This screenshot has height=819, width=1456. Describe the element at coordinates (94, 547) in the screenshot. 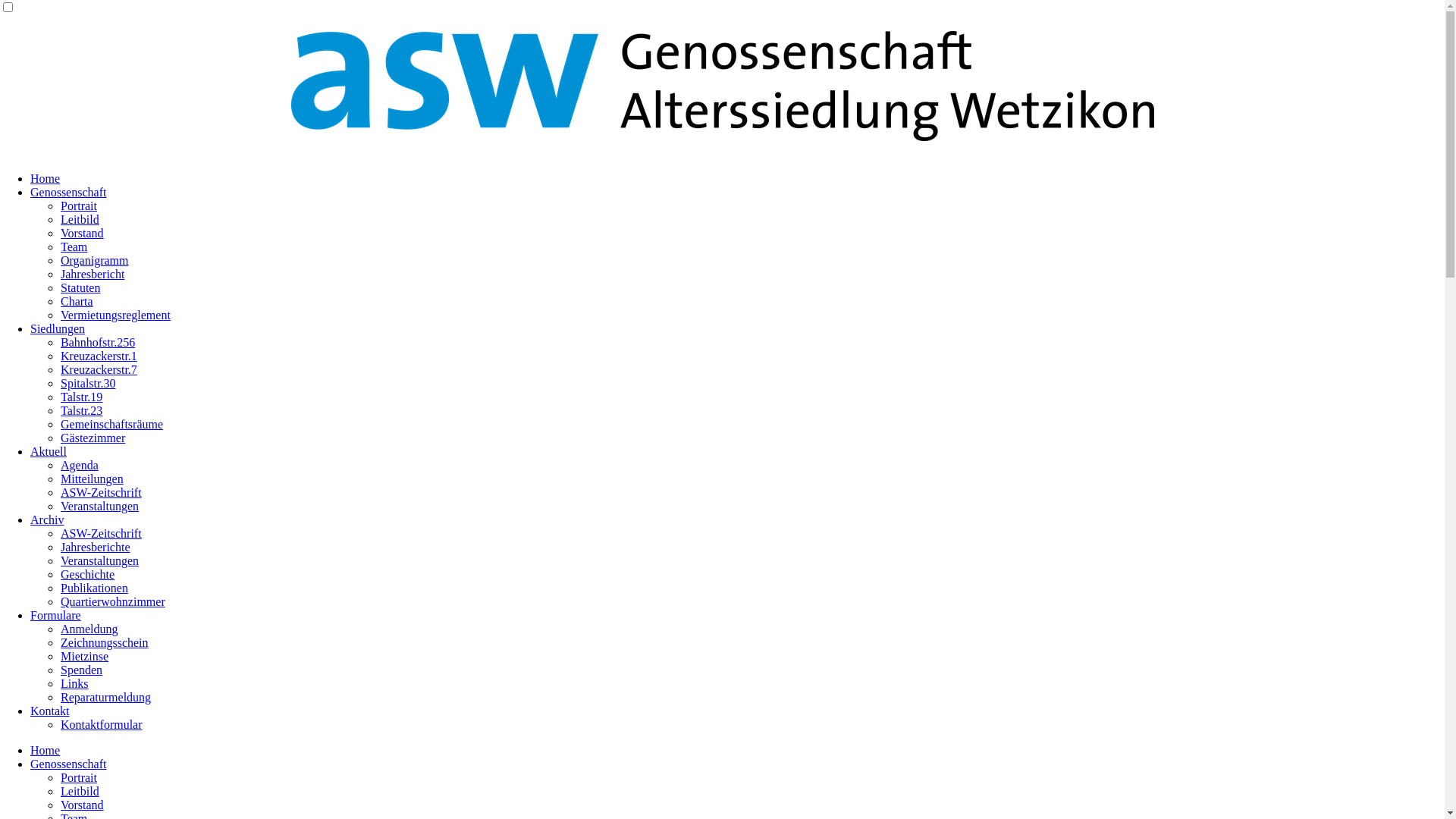

I see `'Jahresberichte'` at that location.